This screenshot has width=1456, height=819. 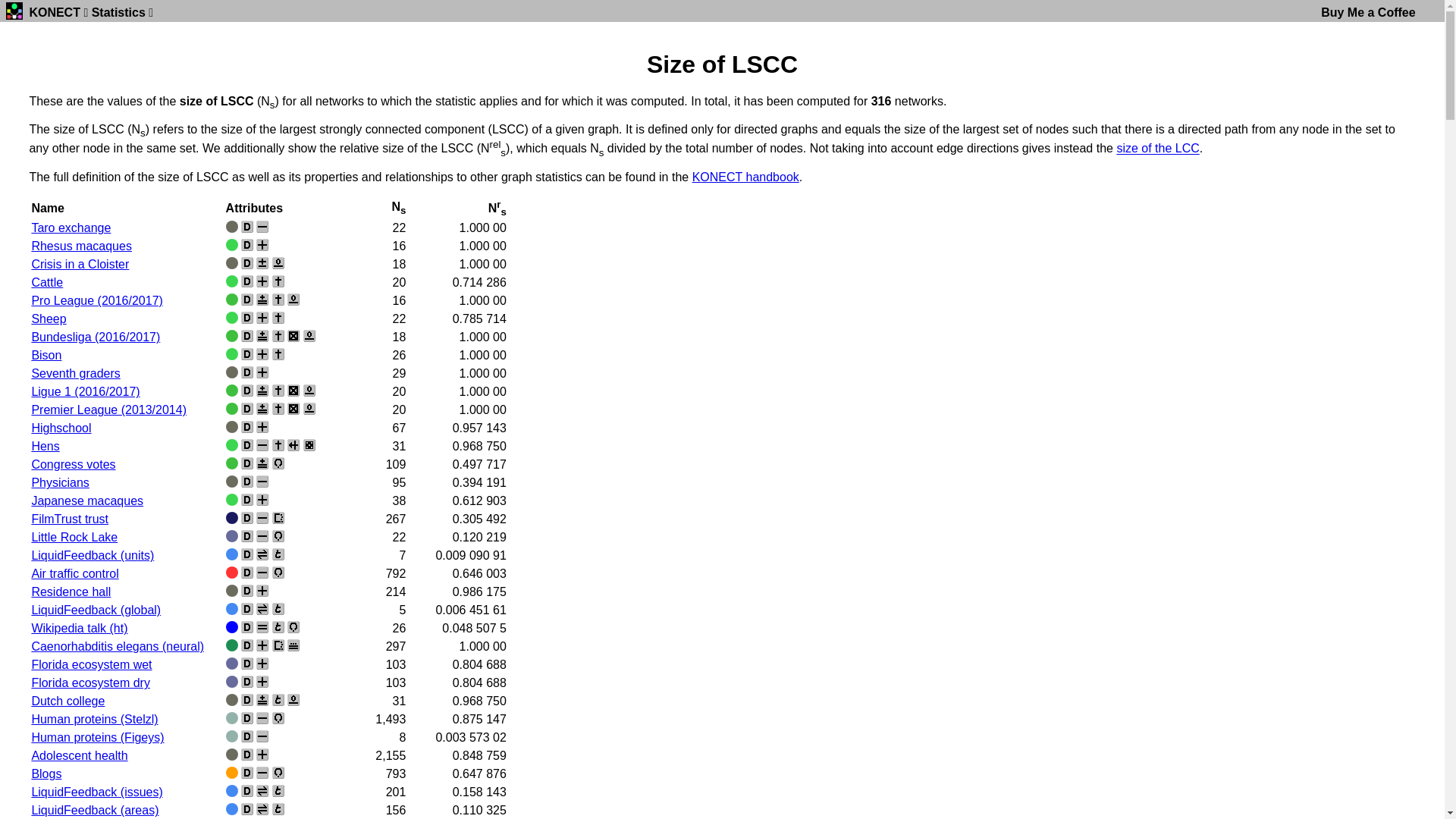 I want to click on 'Wikipedia talk (ht)', so click(x=78, y=628).